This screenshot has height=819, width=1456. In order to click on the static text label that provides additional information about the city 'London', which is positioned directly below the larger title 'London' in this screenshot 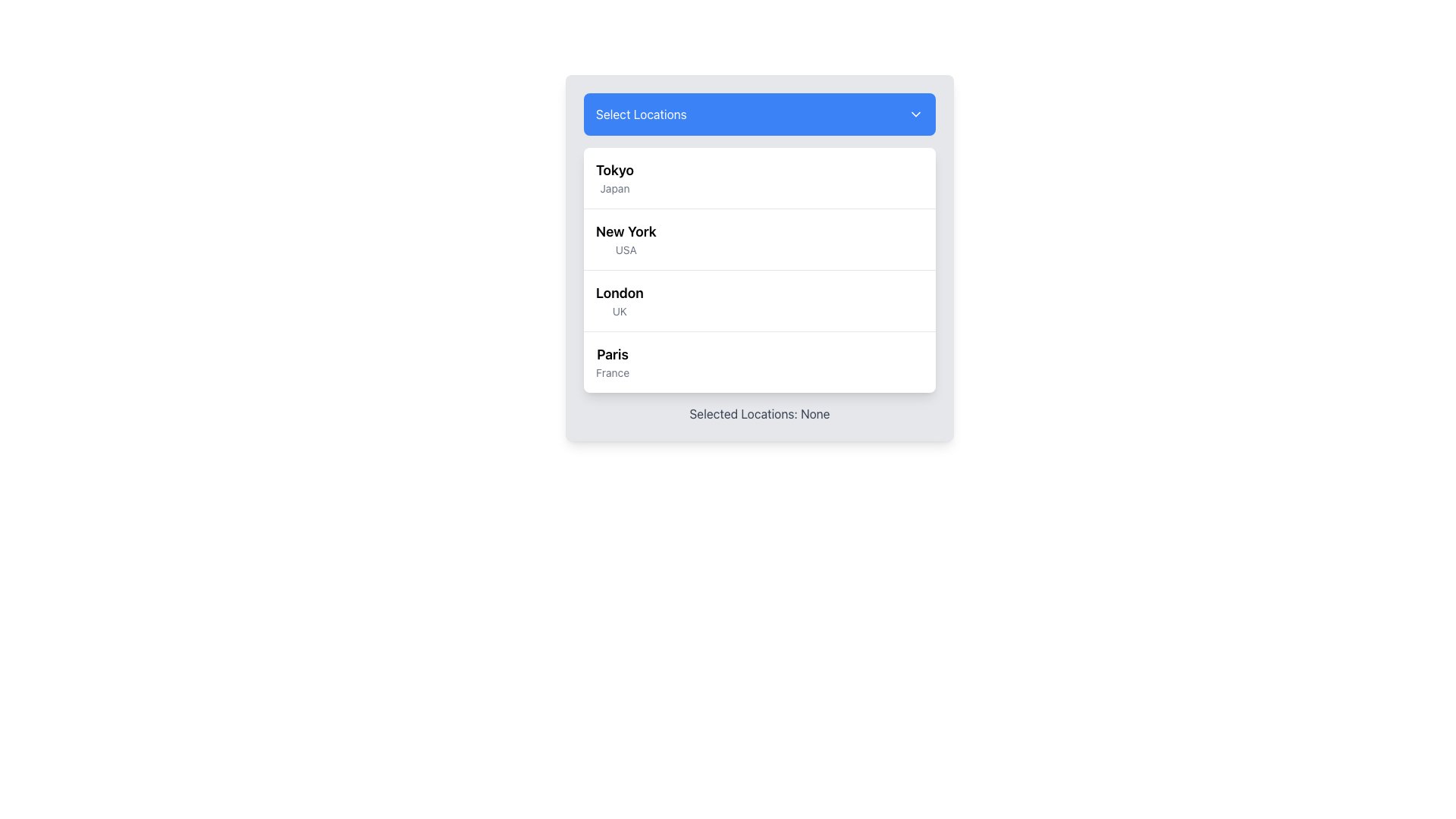, I will do `click(620, 311)`.